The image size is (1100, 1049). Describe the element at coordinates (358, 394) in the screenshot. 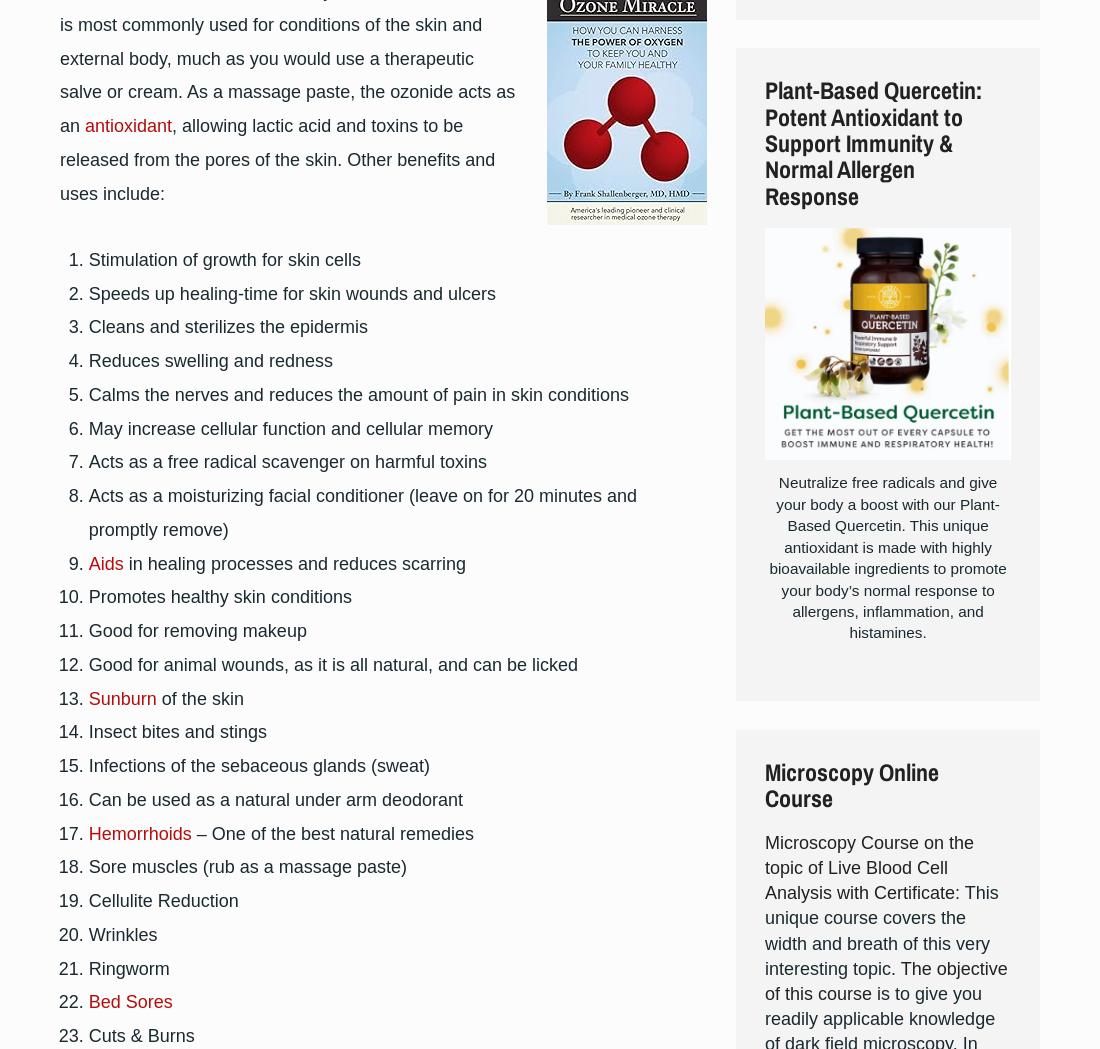

I see `'Calms the nerves and reduces the amount of pain in skin conditions'` at that location.